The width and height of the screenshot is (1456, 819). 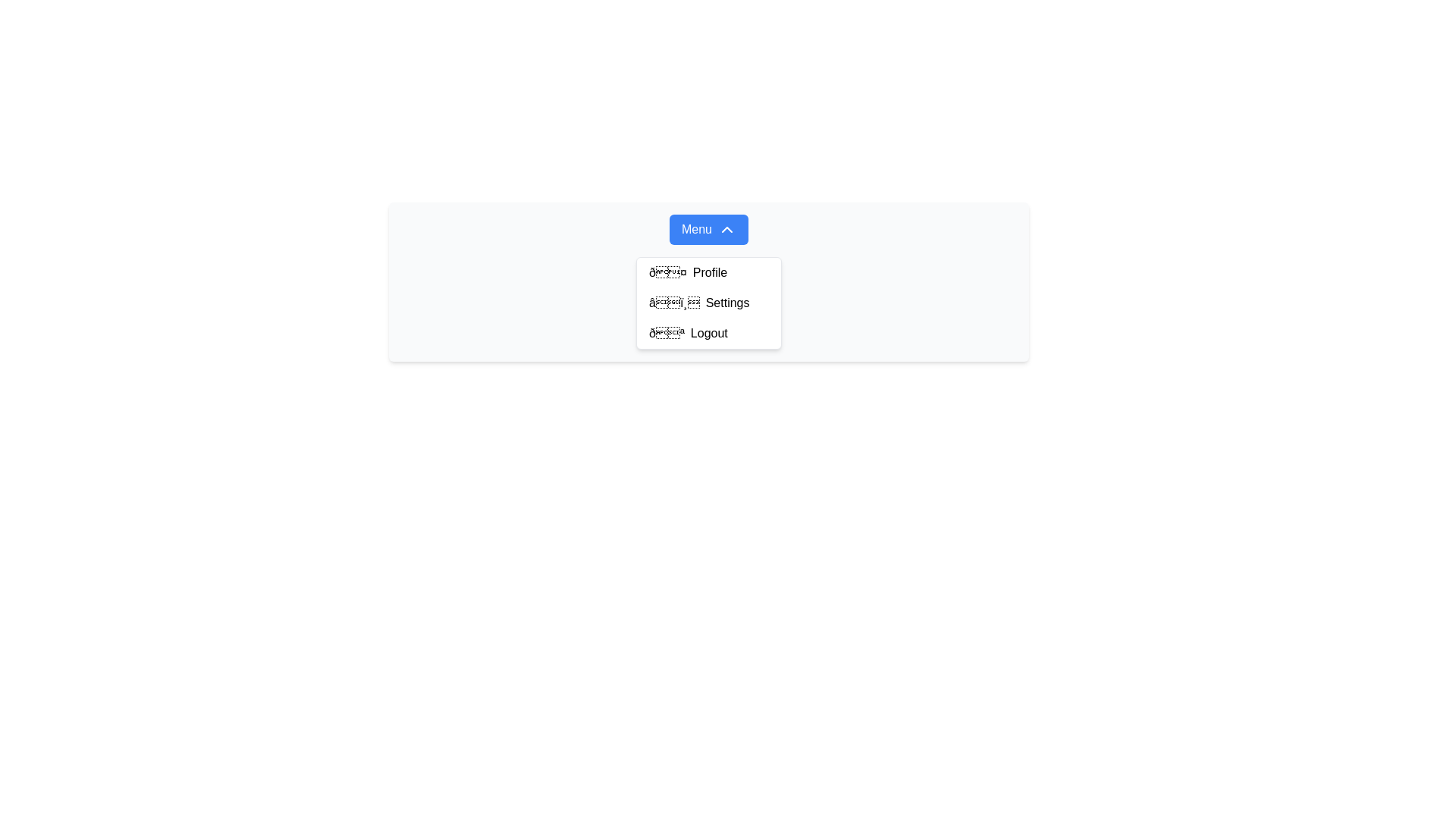 What do you see at coordinates (708, 303) in the screenshot?
I see `the 'Settings' menu item, which consists of a gear icon on the left and the text 'Settings' on the right, positioned centrally within the menu list` at bounding box center [708, 303].